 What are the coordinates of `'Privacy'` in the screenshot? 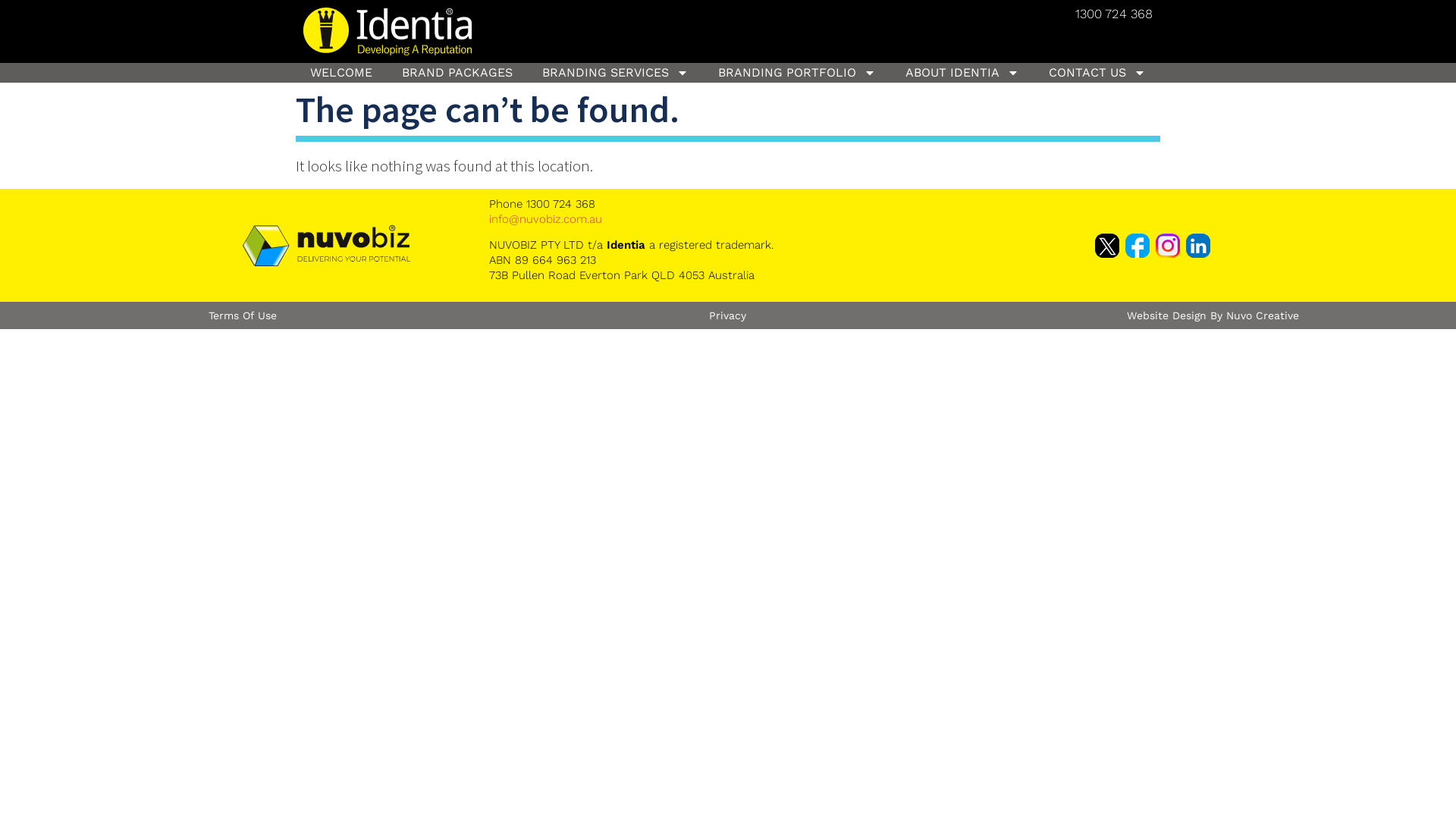 It's located at (726, 315).